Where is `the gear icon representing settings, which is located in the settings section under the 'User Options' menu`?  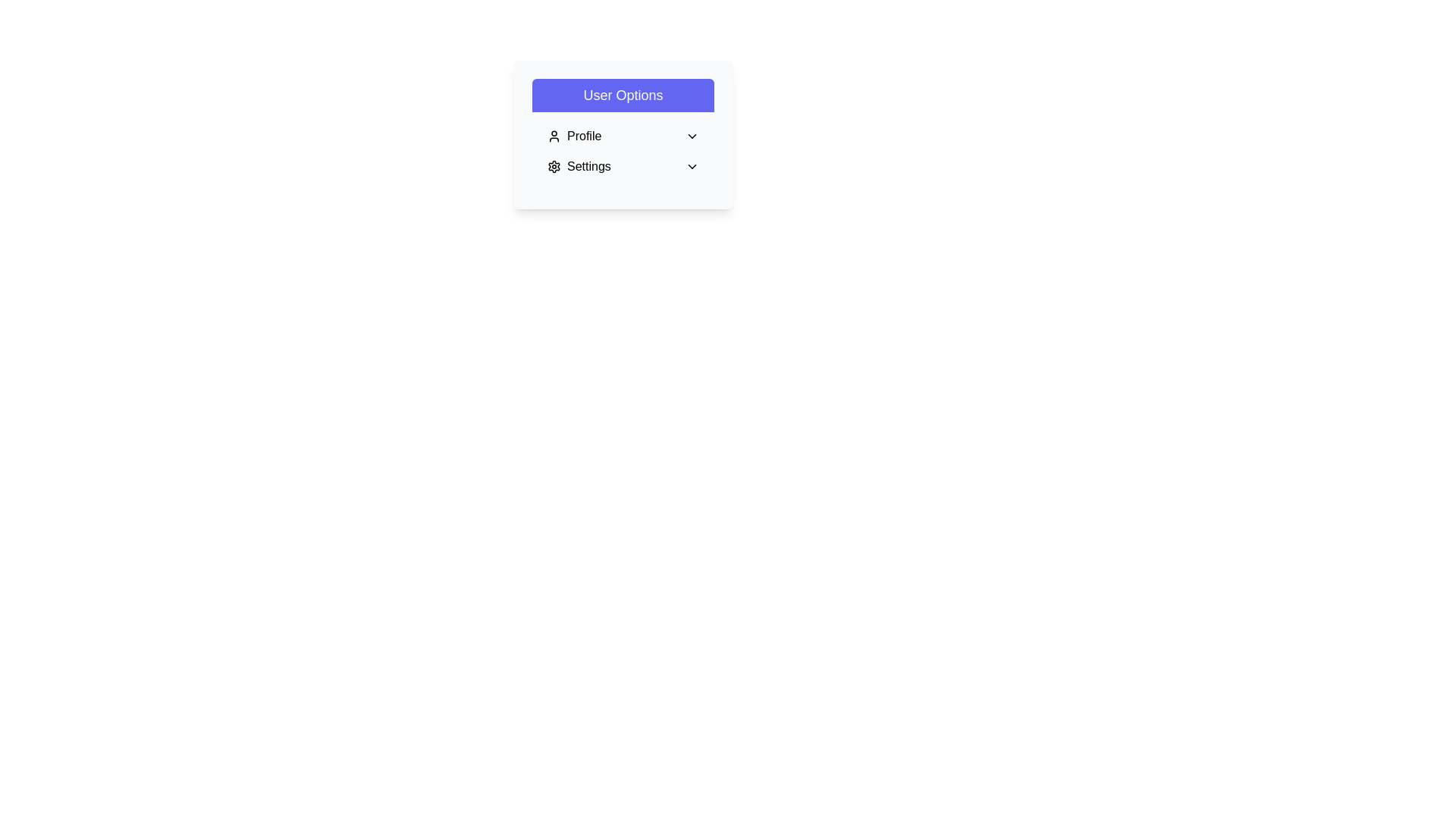
the gear icon representing settings, which is located in the settings section under the 'User Options' menu is located at coordinates (553, 166).